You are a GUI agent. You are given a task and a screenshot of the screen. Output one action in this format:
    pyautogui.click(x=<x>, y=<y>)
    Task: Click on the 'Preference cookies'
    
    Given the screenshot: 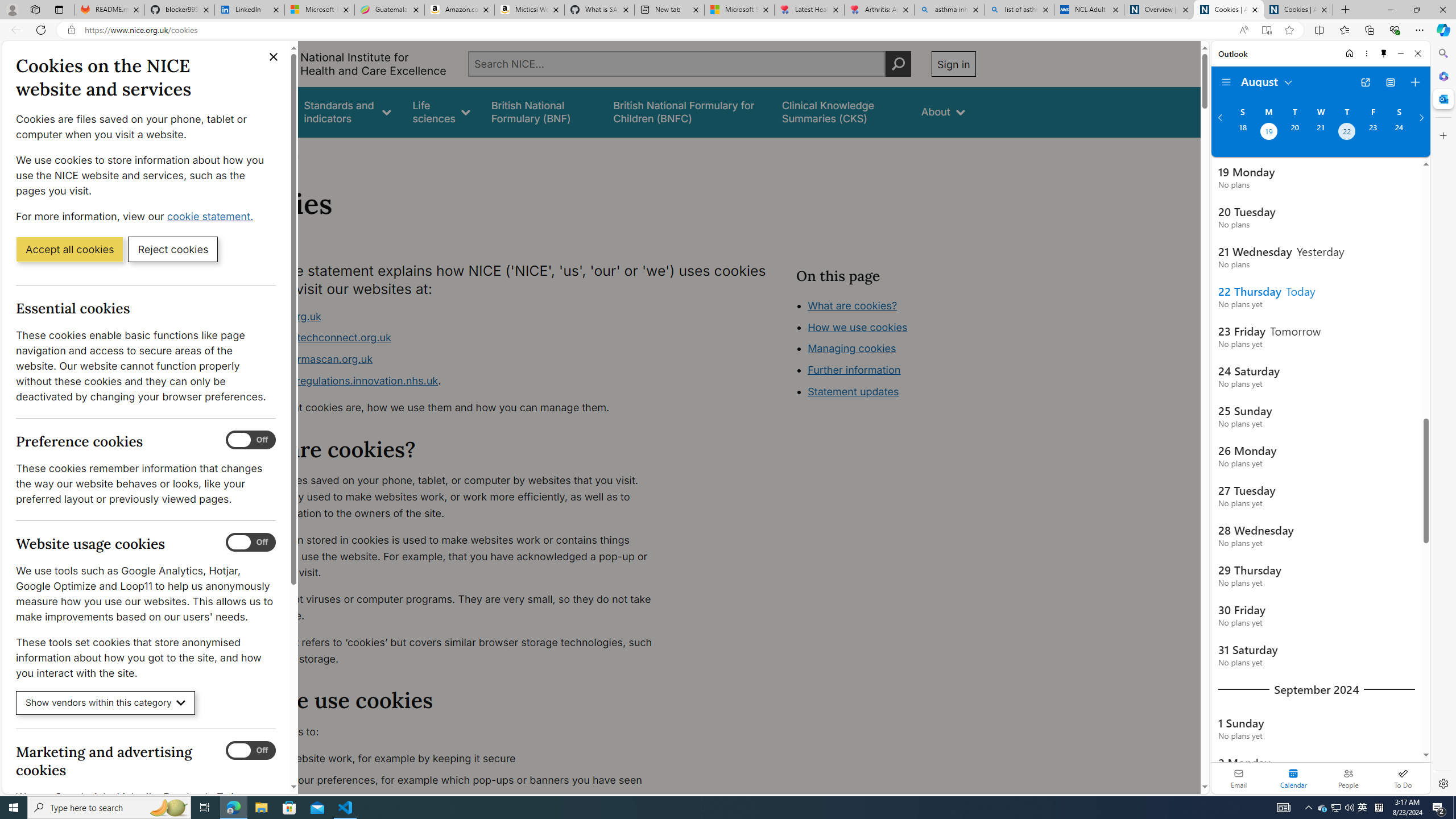 What is the action you would take?
    pyautogui.click(x=250, y=440)
    